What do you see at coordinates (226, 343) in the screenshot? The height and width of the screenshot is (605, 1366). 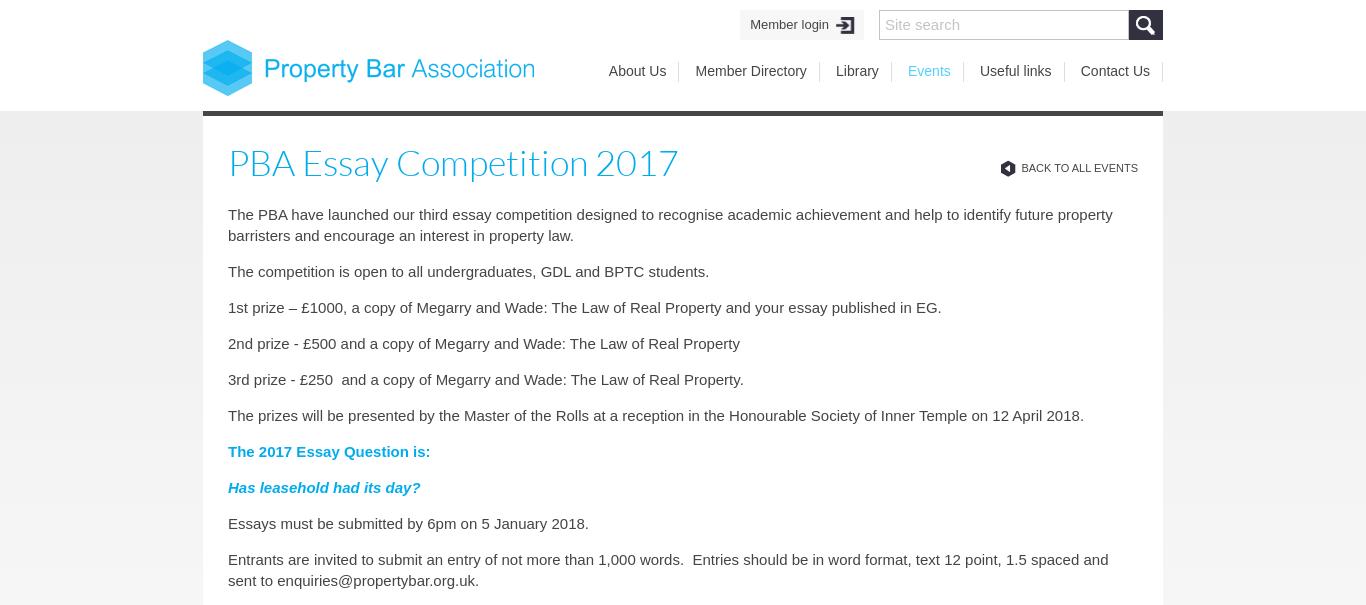 I see `'2nd prize - £500 and a copy of Megarry and Wade: The Law of Real Property'` at bounding box center [226, 343].